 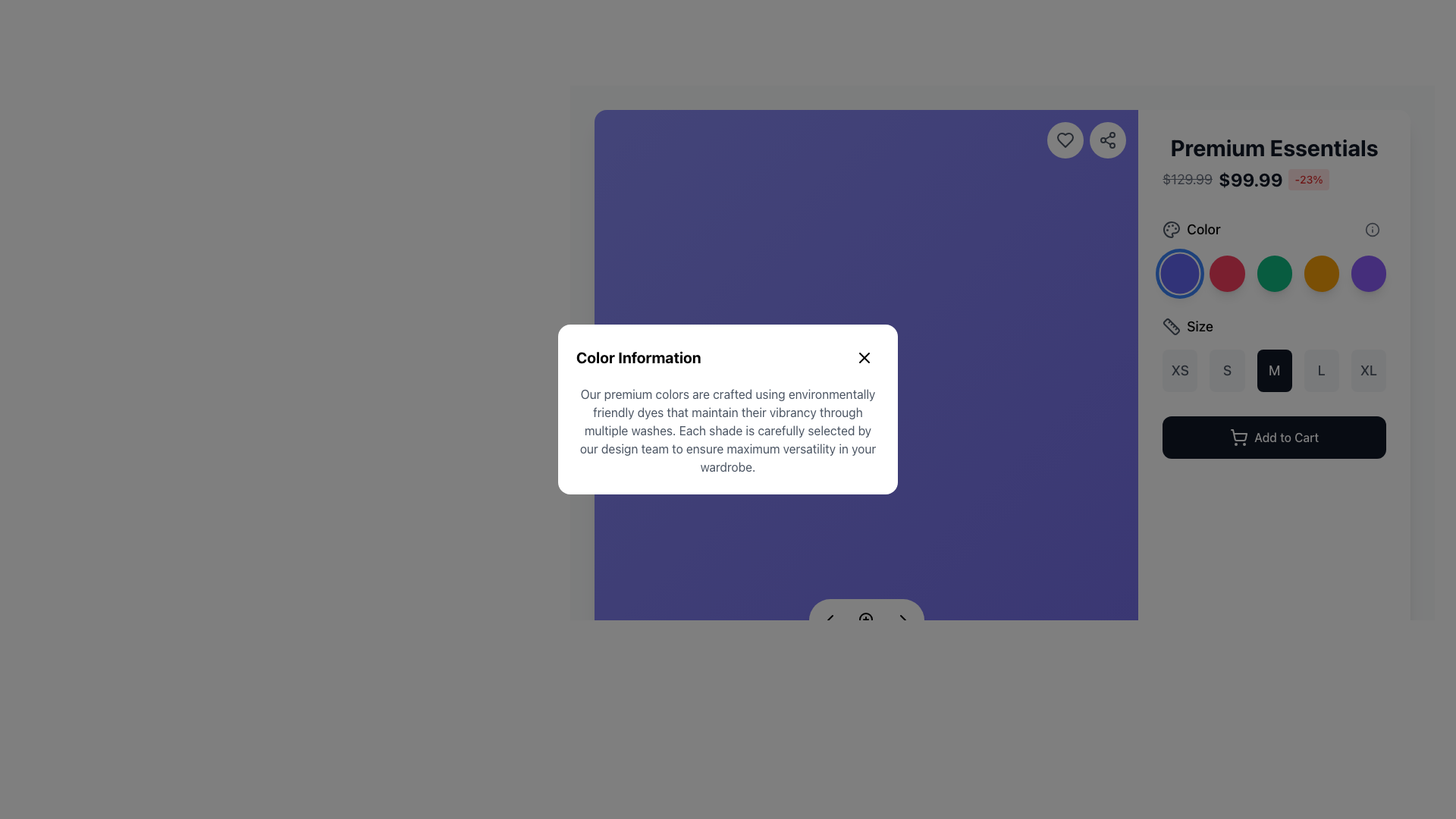 What do you see at coordinates (1274, 438) in the screenshot?
I see `the 'Add to Cart' button, which is a rectangular button with a black background and a white shopping cart icon, located at the bottom of the product details card` at bounding box center [1274, 438].